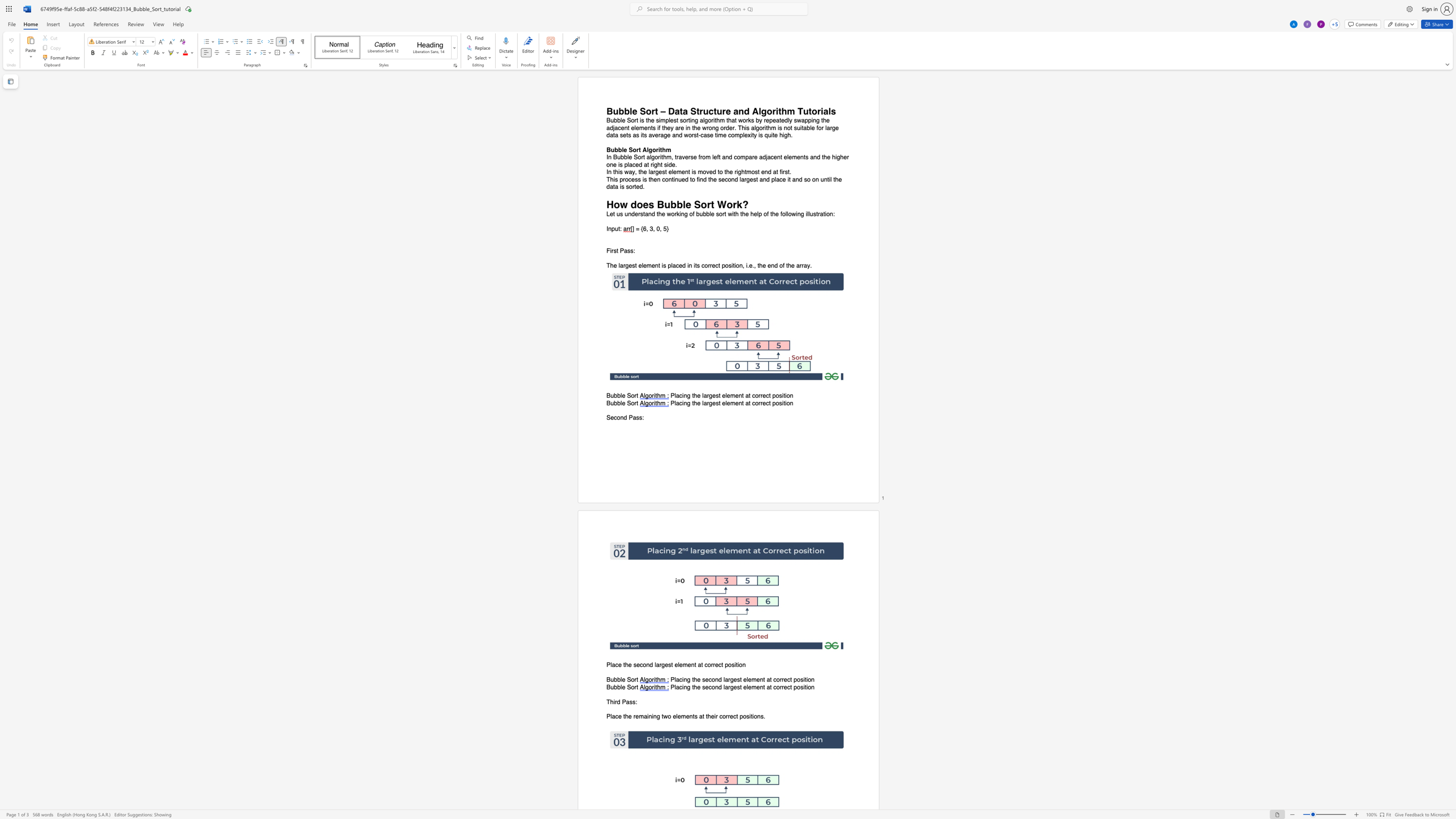  What do you see at coordinates (632, 251) in the screenshot?
I see `the 3th character "s" in the text` at bounding box center [632, 251].